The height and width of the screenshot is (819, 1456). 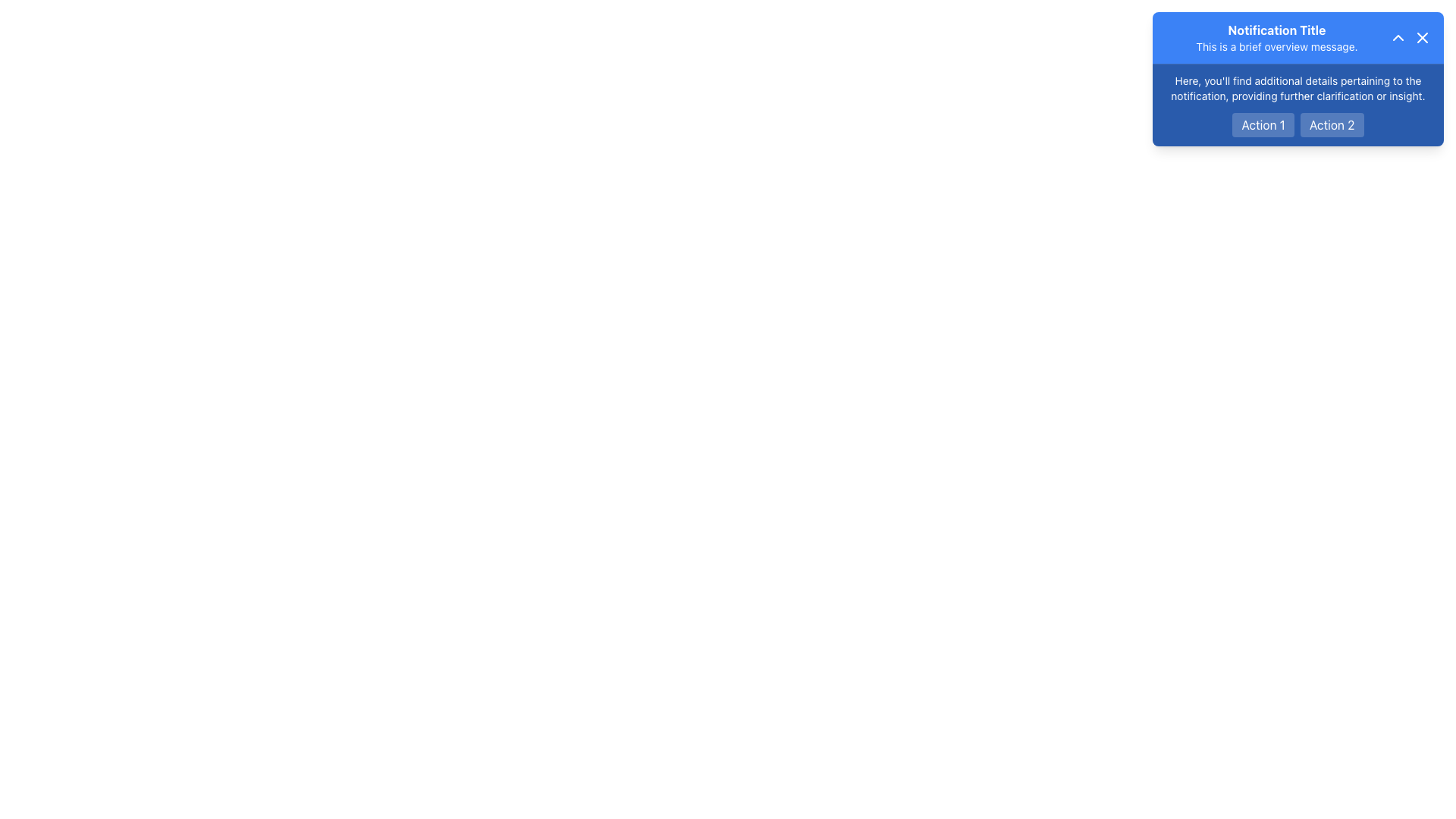 I want to click on the close button located at the upper right corner of the notification card, so click(x=1422, y=37).